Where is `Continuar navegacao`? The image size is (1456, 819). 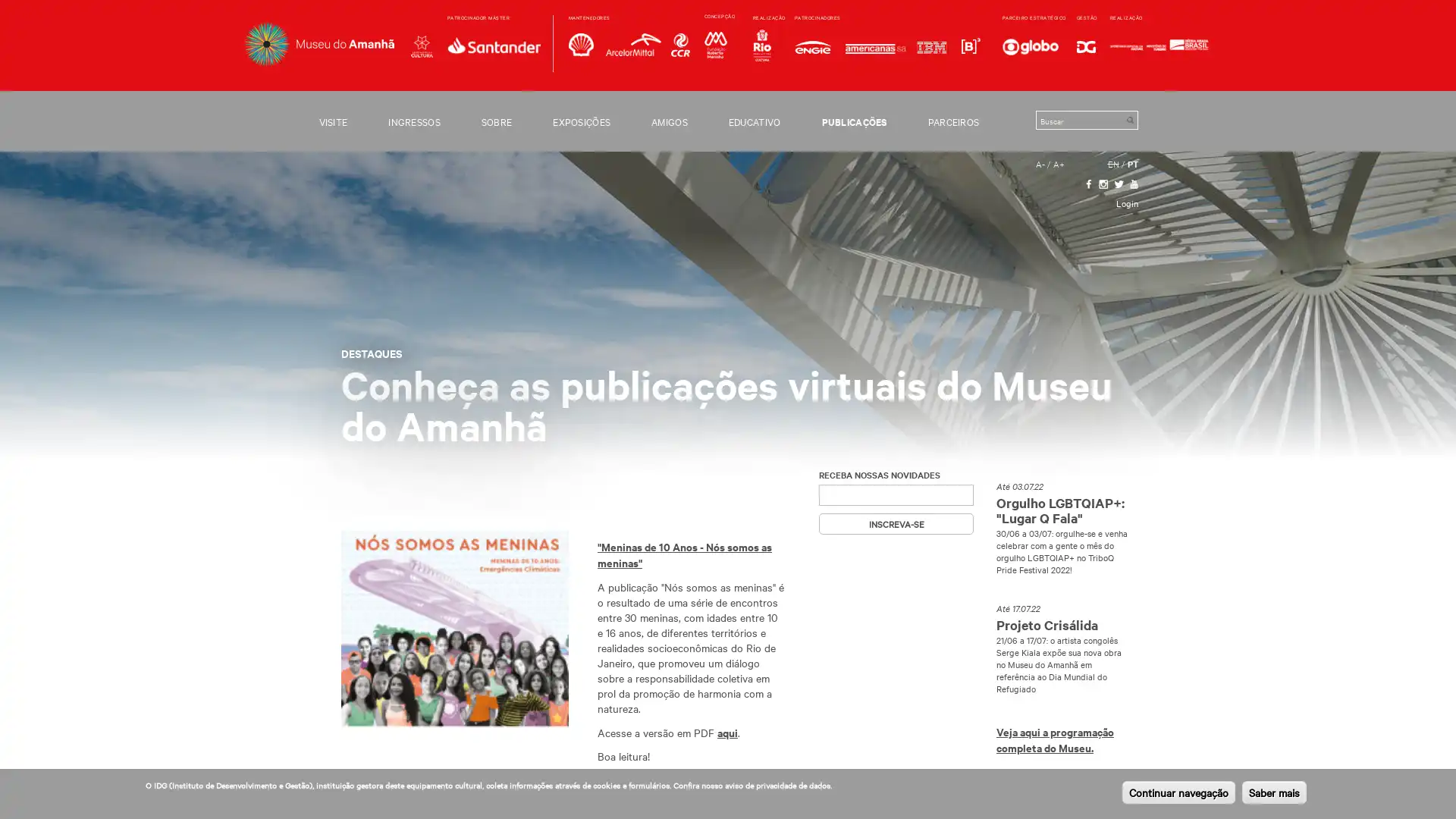
Continuar navegacao is located at coordinates (1178, 792).